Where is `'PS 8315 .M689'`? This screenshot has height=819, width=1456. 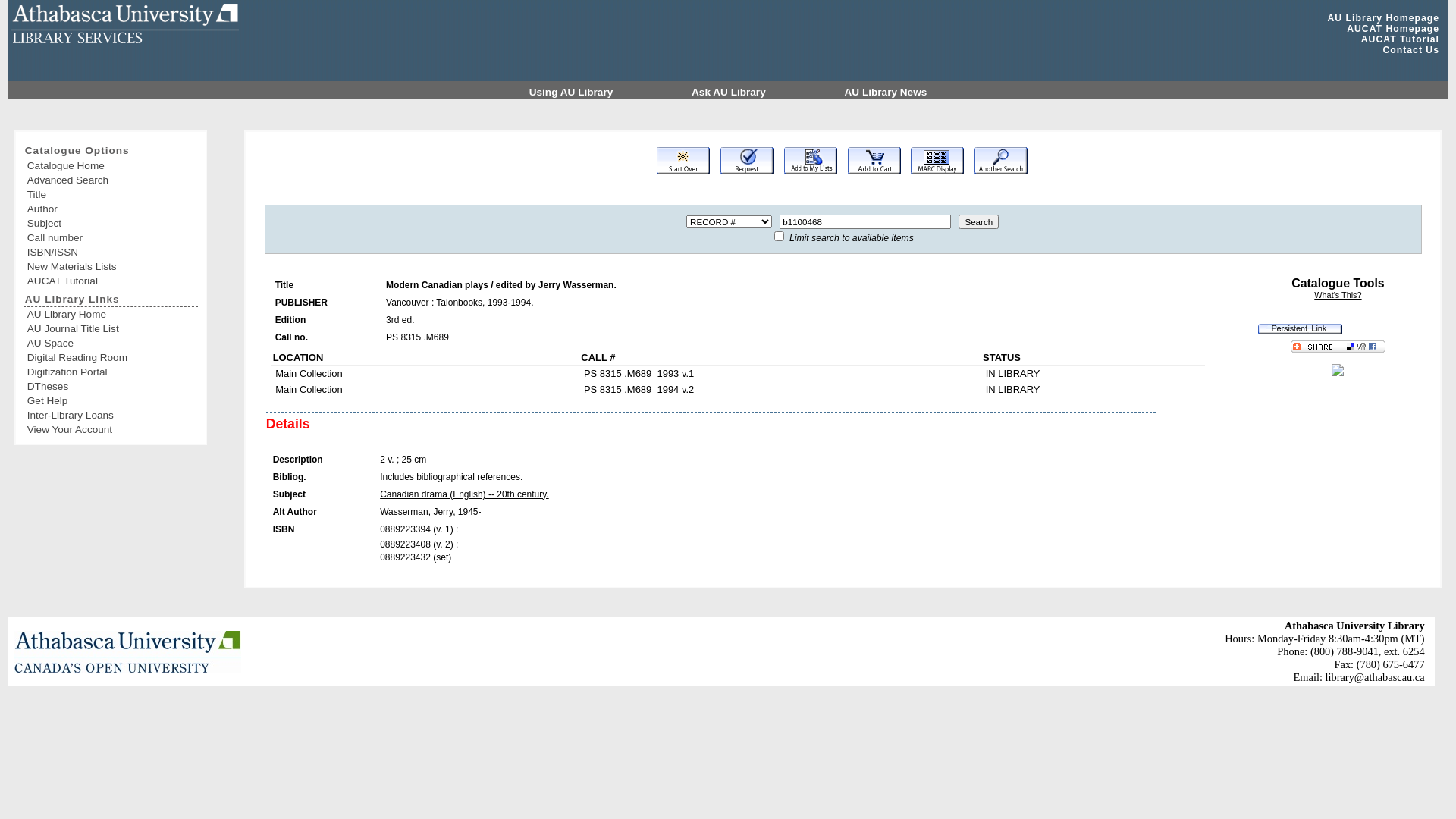 'PS 8315 .M689' is located at coordinates (617, 388).